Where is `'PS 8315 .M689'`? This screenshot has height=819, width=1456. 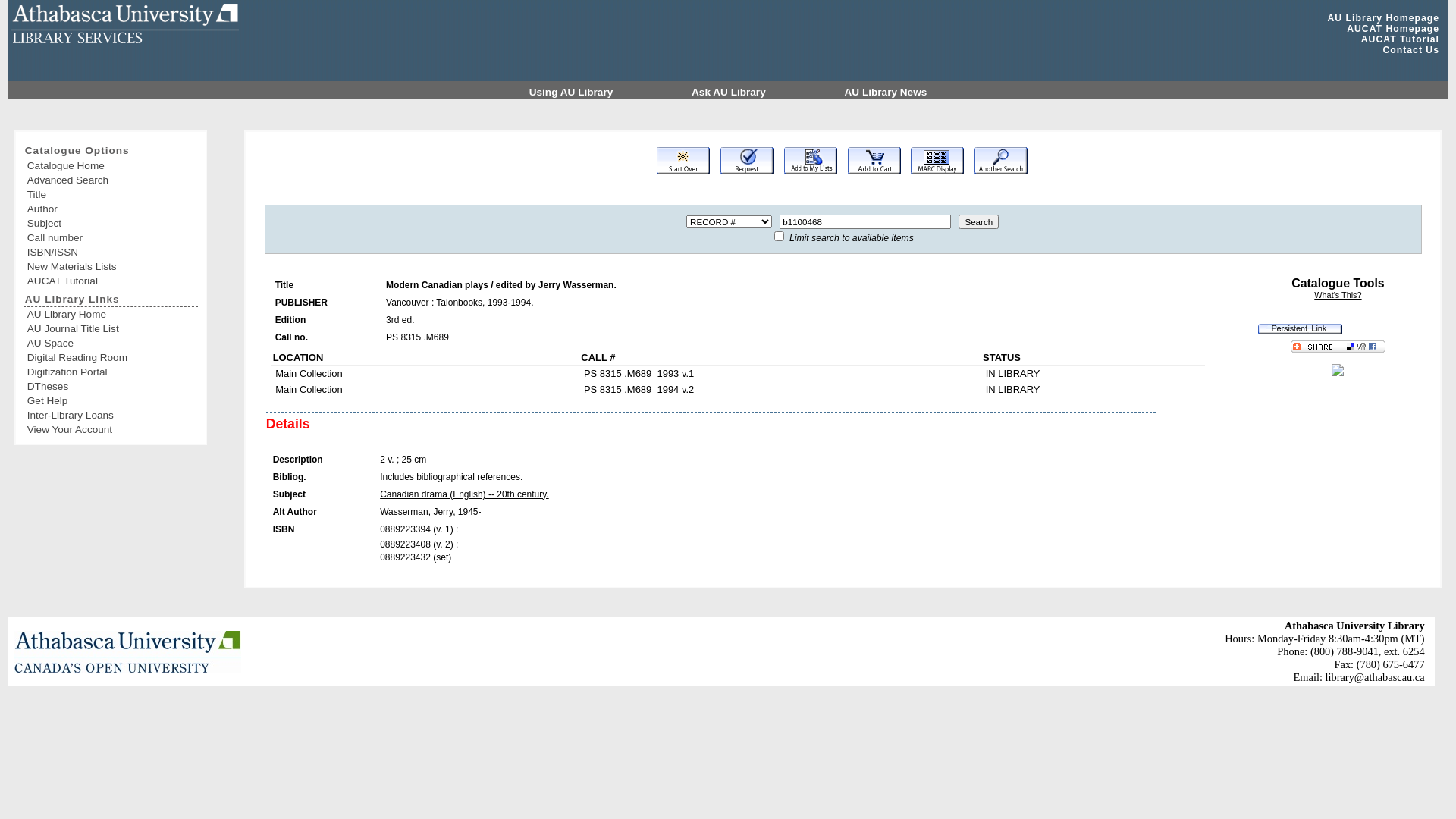 'PS 8315 .M689' is located at coordinates (617, 388).